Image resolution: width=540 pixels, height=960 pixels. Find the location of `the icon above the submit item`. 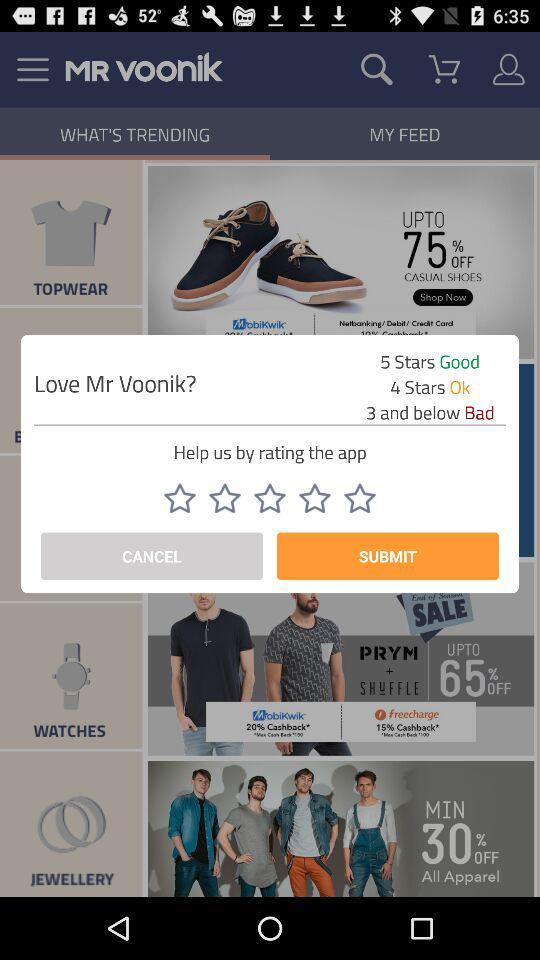

the icon above the submit item is located at coordinates (314, 497).